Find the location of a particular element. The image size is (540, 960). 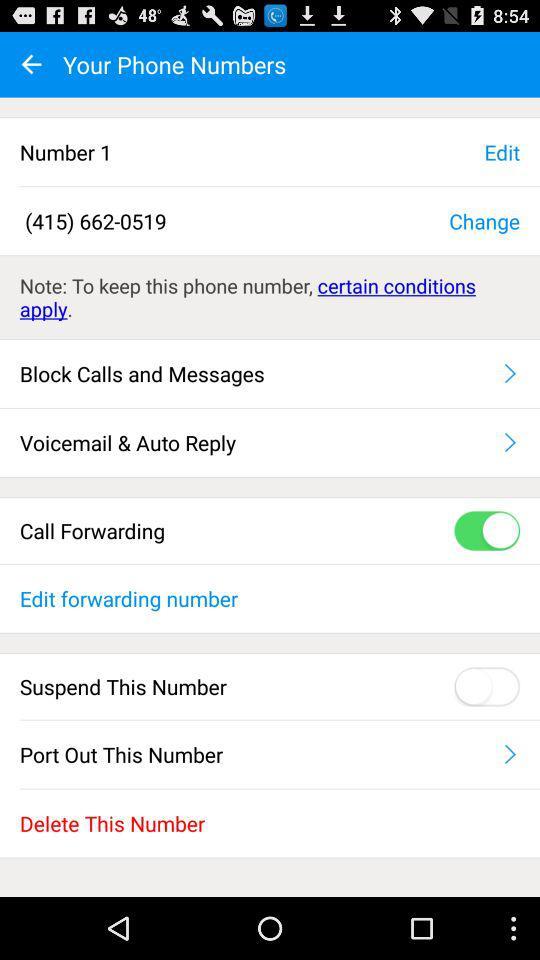

the change app is located at coordinates (483, 220).